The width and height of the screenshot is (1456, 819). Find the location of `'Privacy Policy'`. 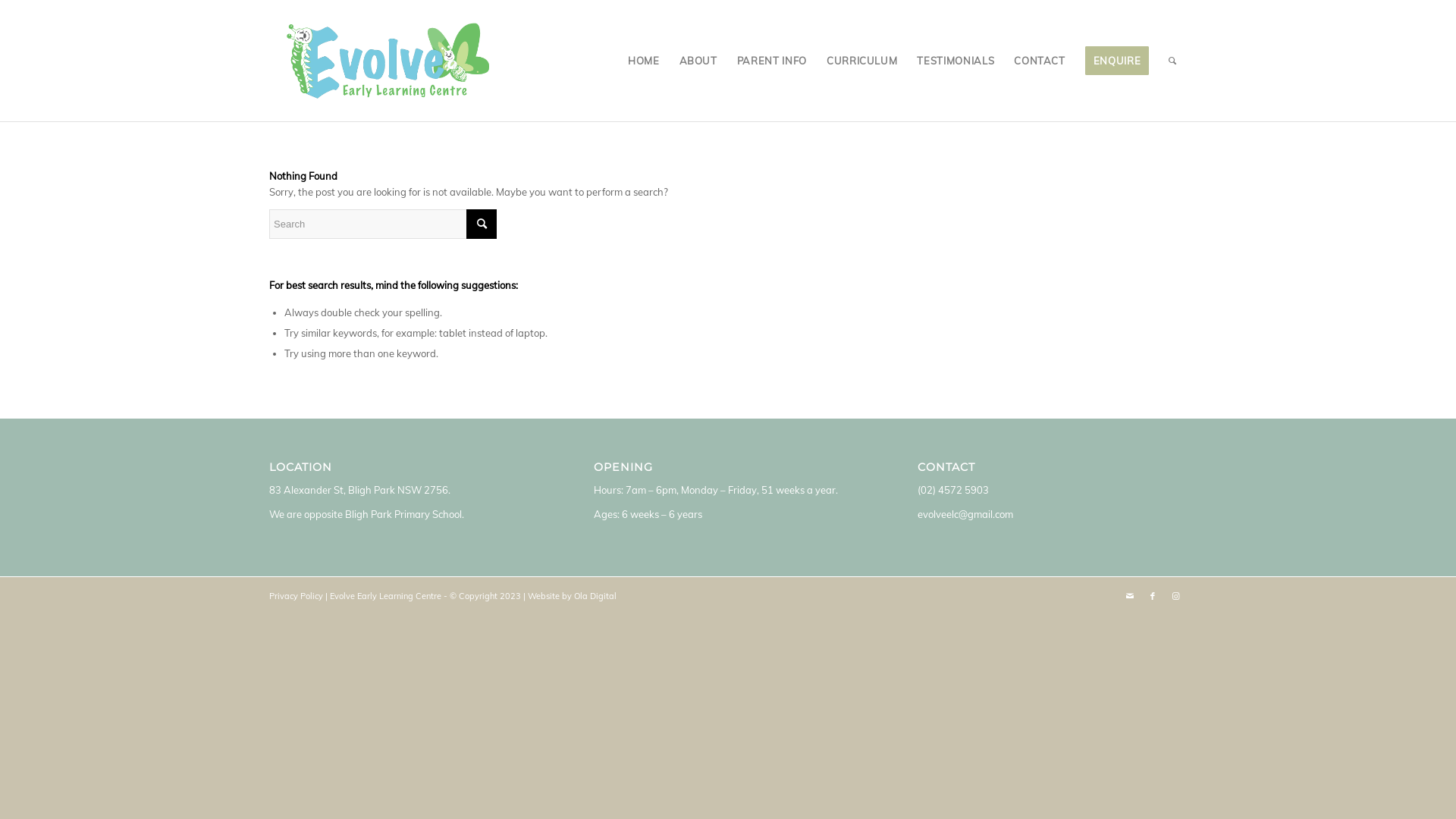

'Privacy Policy' is located at coordinates (296, 595).